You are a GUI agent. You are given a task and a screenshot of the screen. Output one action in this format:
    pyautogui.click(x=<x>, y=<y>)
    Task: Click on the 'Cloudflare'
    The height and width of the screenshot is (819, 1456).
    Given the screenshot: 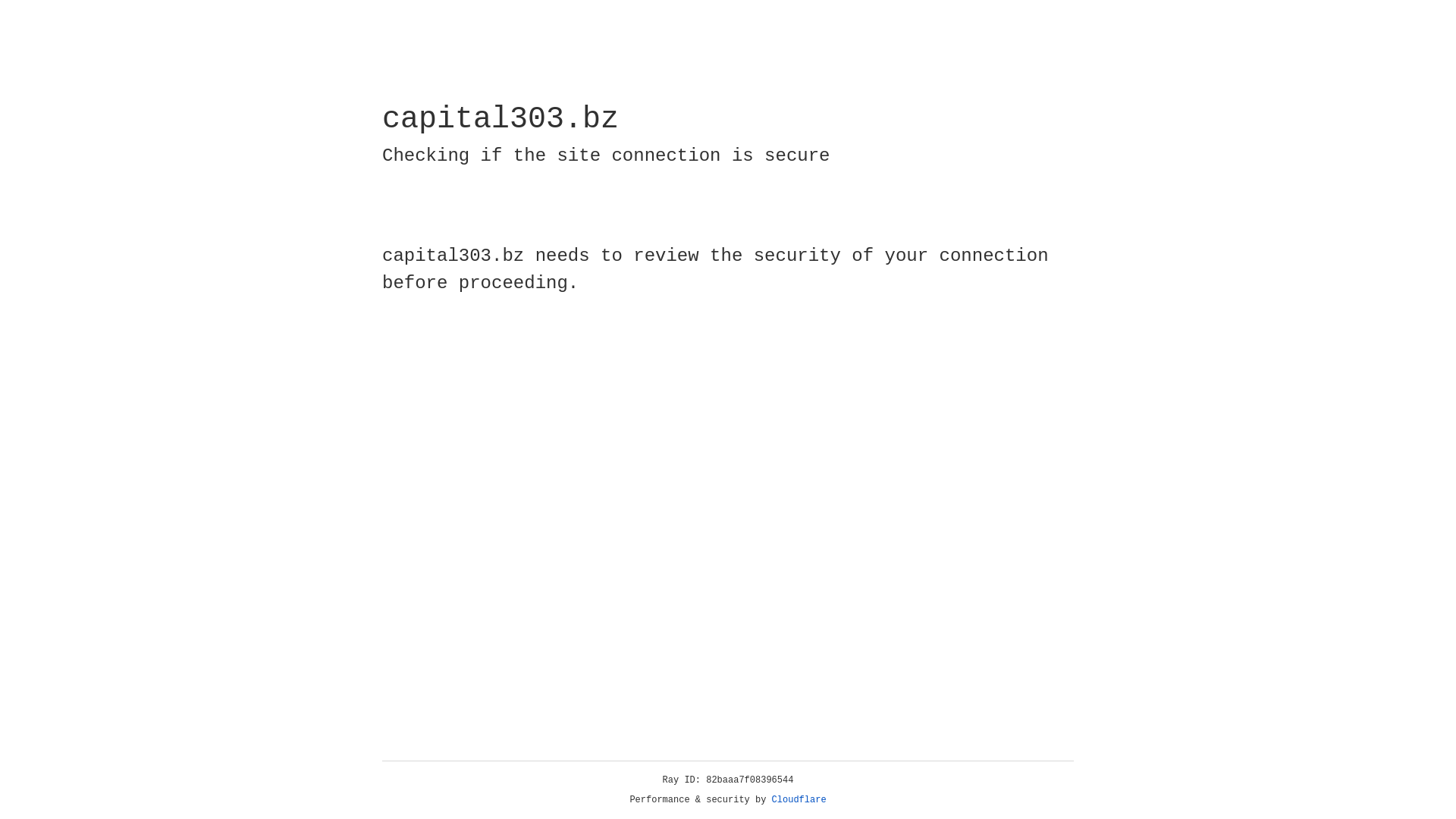 What is the action you would take?
    pyautogui.click(x=771, y=799)
    